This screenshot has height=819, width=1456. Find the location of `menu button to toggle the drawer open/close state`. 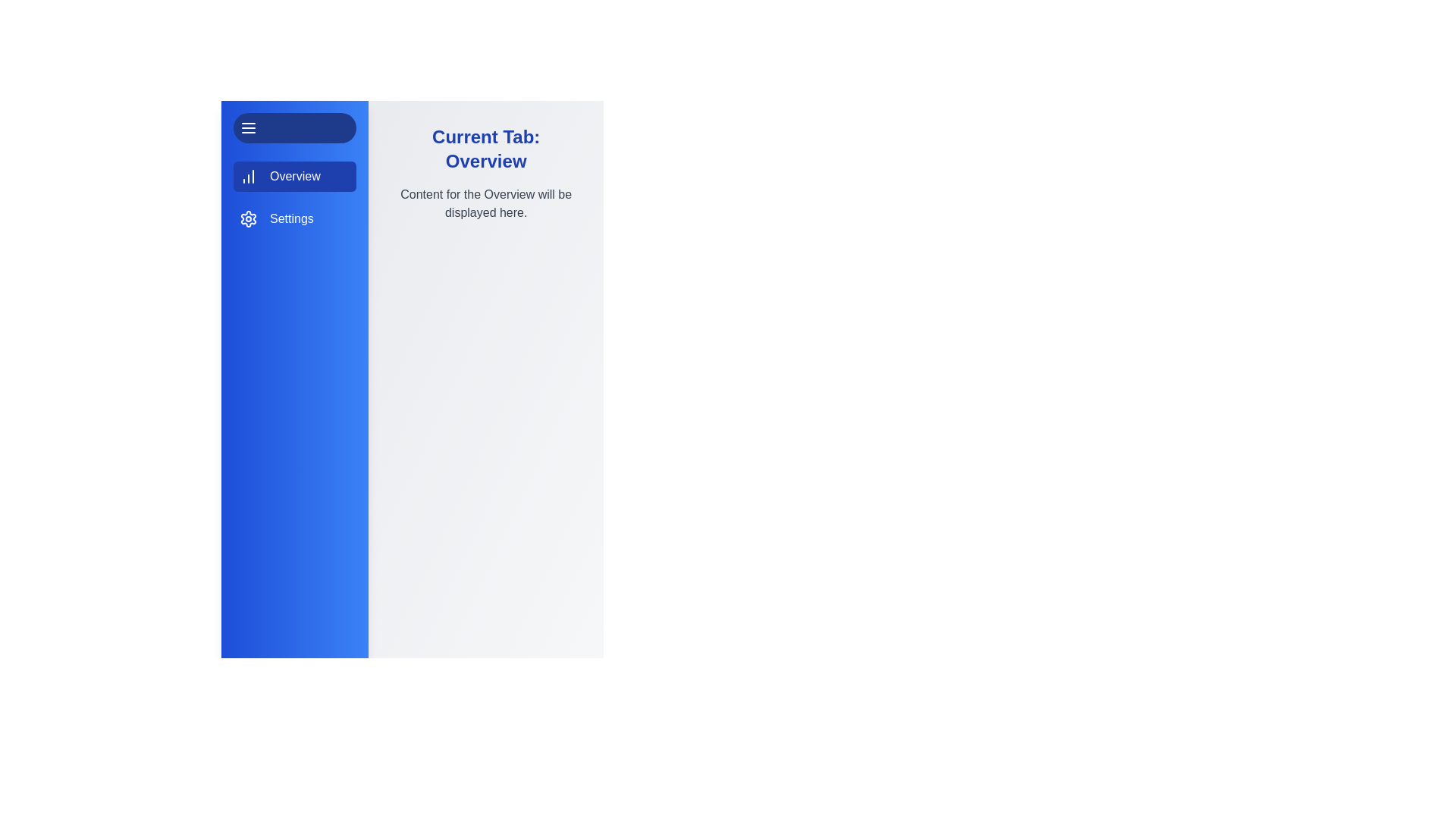

menu button to toggle the drawer open/close state is located at coordinates (294, 127).